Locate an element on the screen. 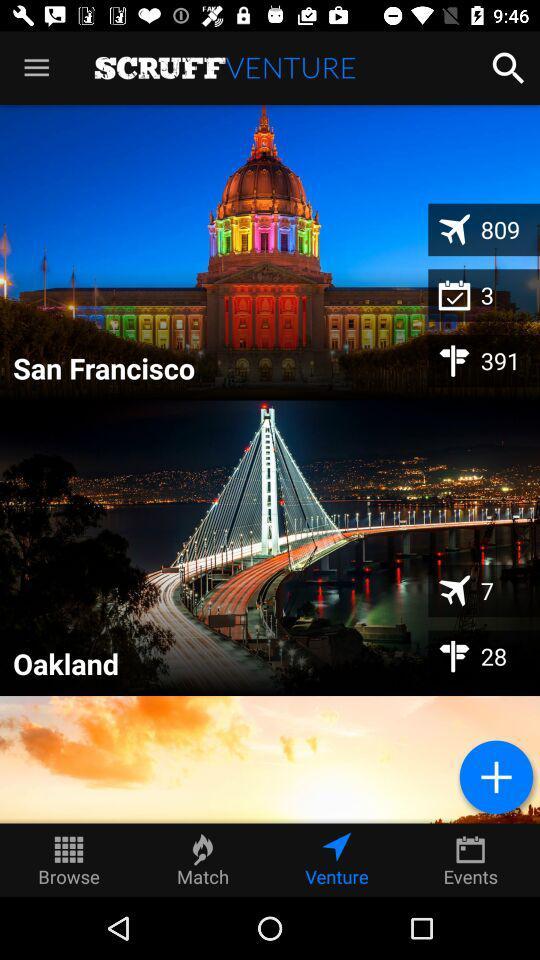  the add icon is located at coordinates (495, 776).